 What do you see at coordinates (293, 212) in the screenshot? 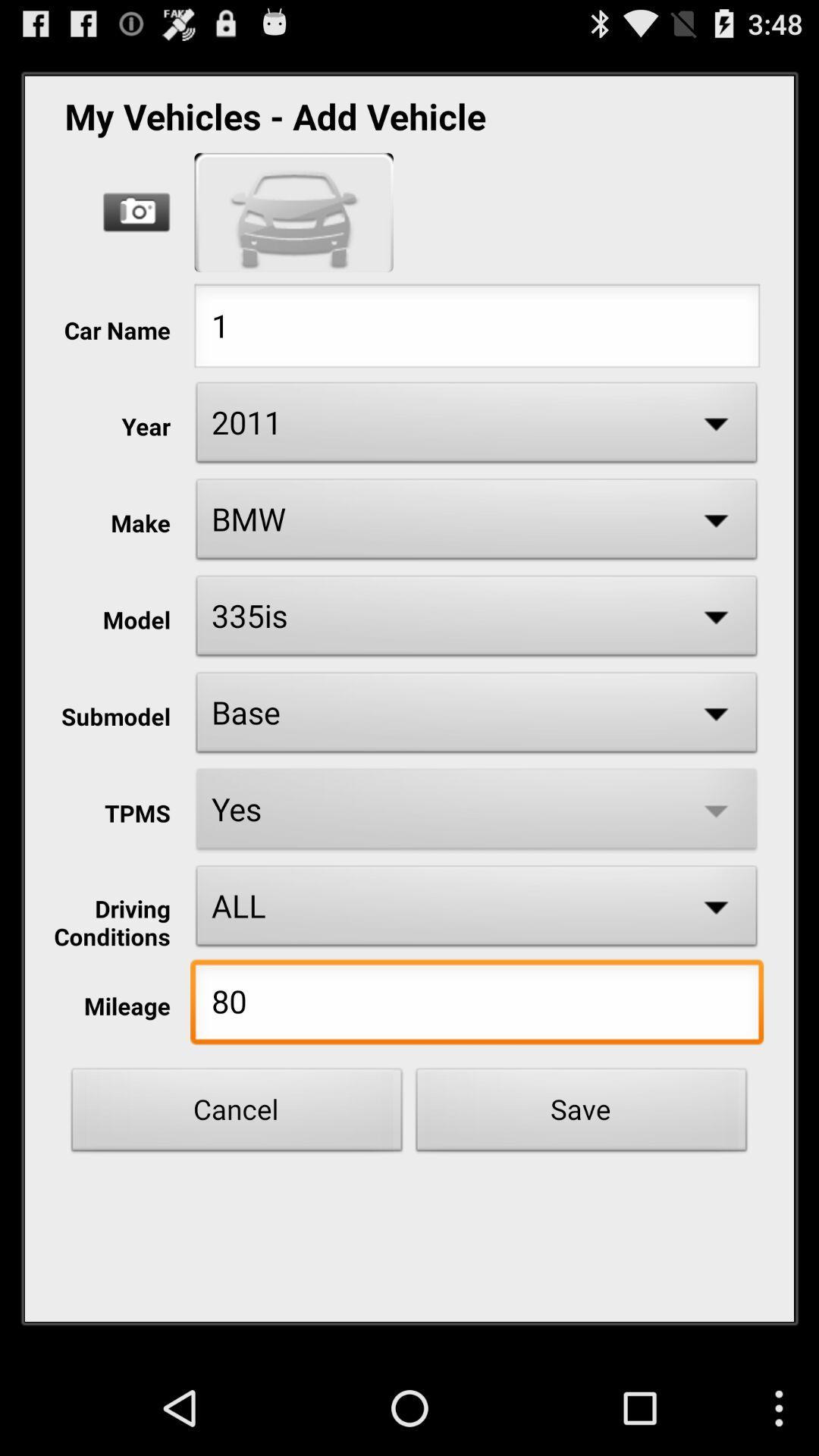
I see `vehicle` at bounding box center [293, 212].